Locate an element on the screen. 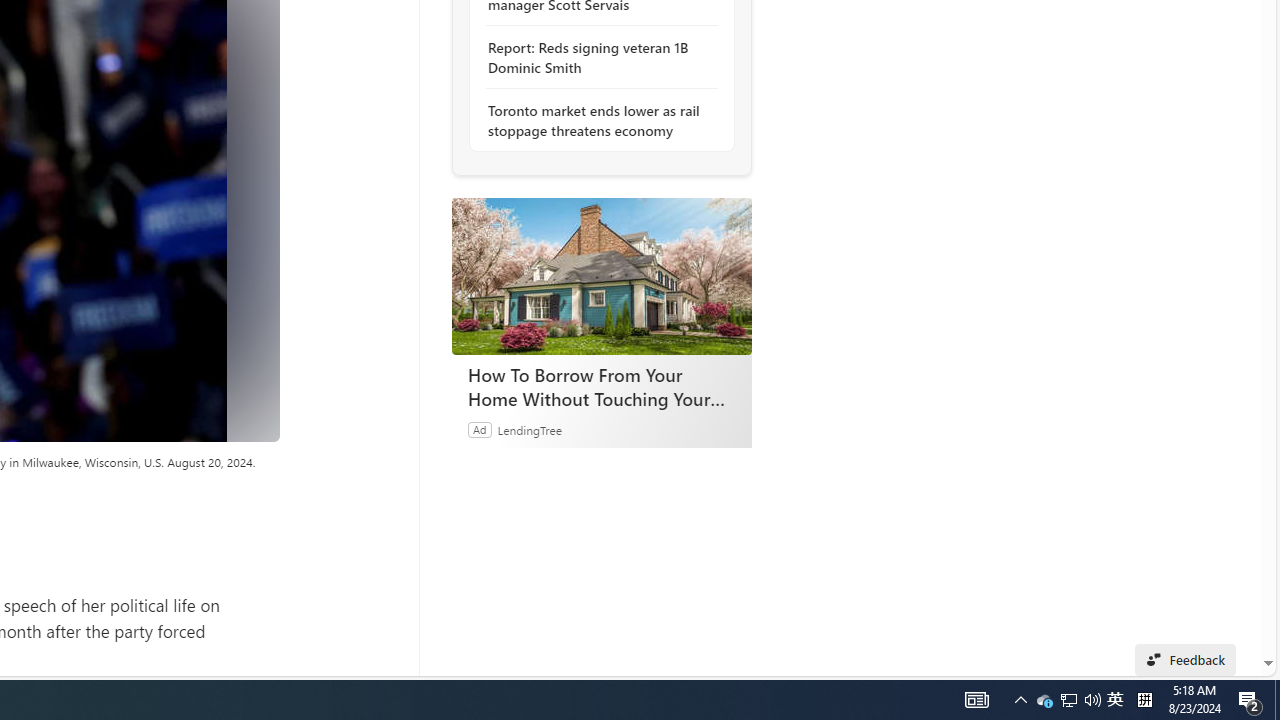 This screenshot has width=1280, height=720. 'LendingTree' is located at coordinates (529, 428).